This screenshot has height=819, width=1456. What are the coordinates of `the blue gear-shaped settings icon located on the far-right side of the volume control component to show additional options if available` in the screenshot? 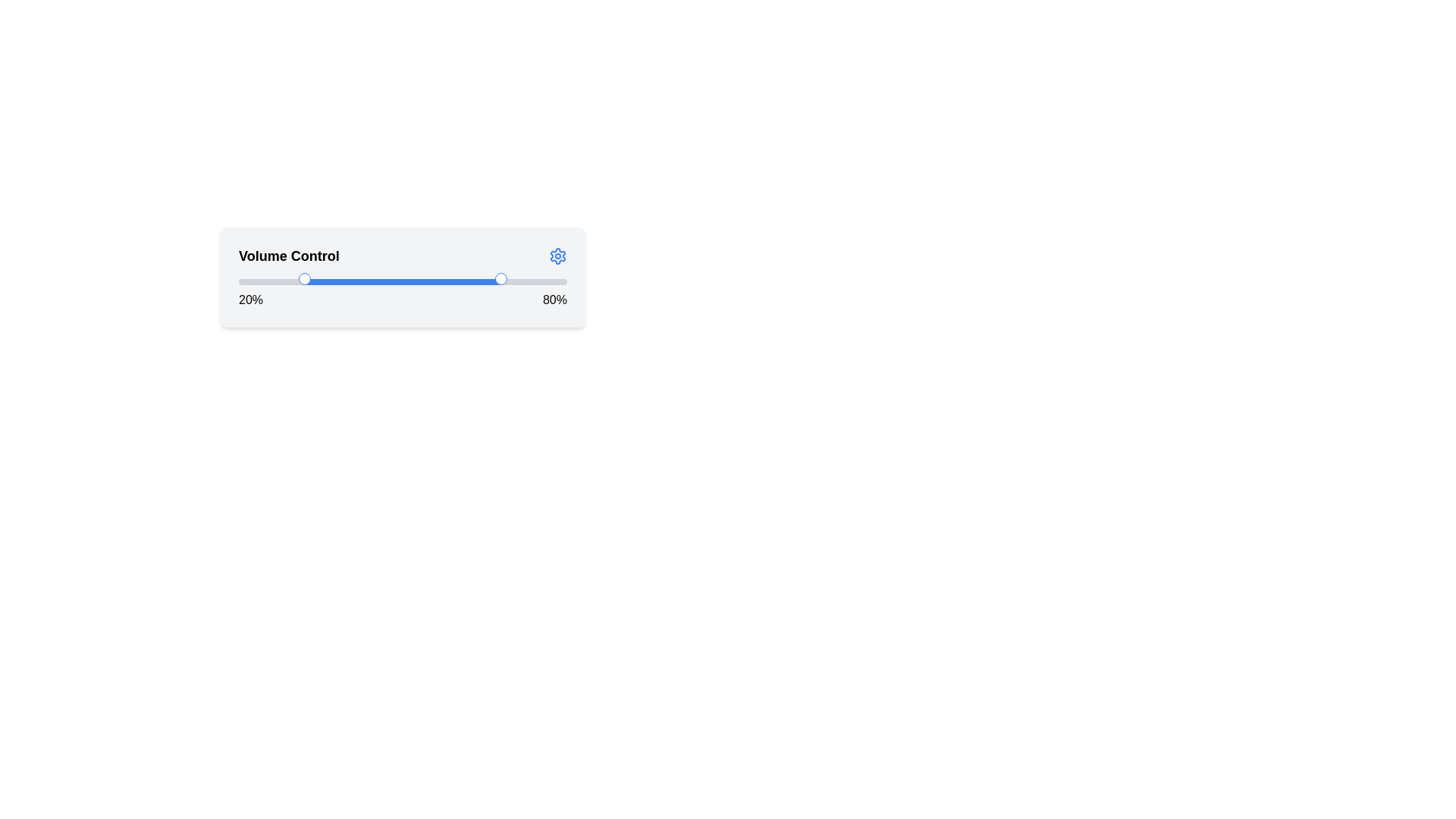 It's located at (557, 256).